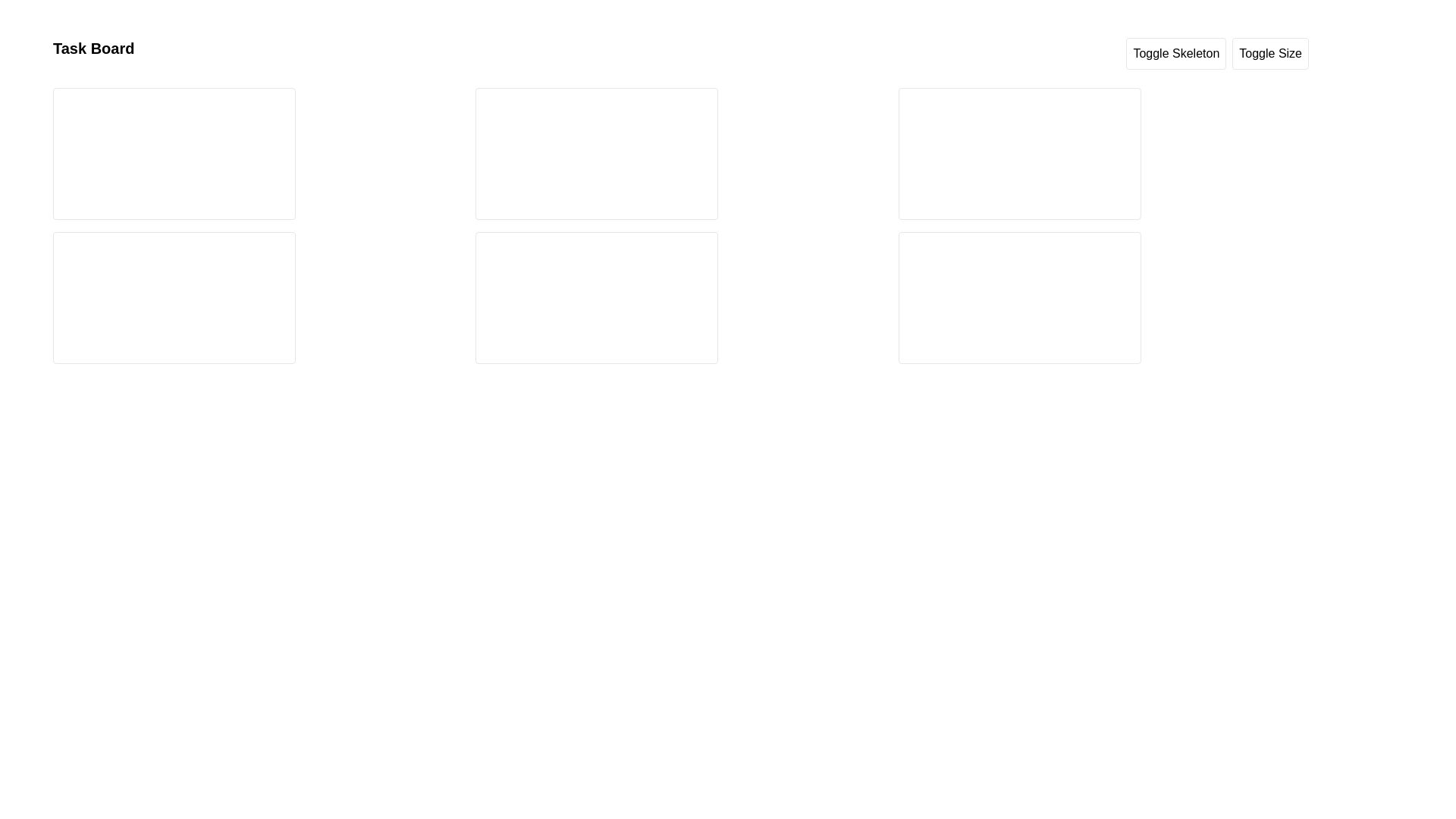 The height and width of the screenshot is (819, 1456). Describe the element at coordinates (983, 198) in the screenshot. I see `the third Skeleton placeholder in the rightmost column of the user interface, which visually indicates a loading state for content` at that location.